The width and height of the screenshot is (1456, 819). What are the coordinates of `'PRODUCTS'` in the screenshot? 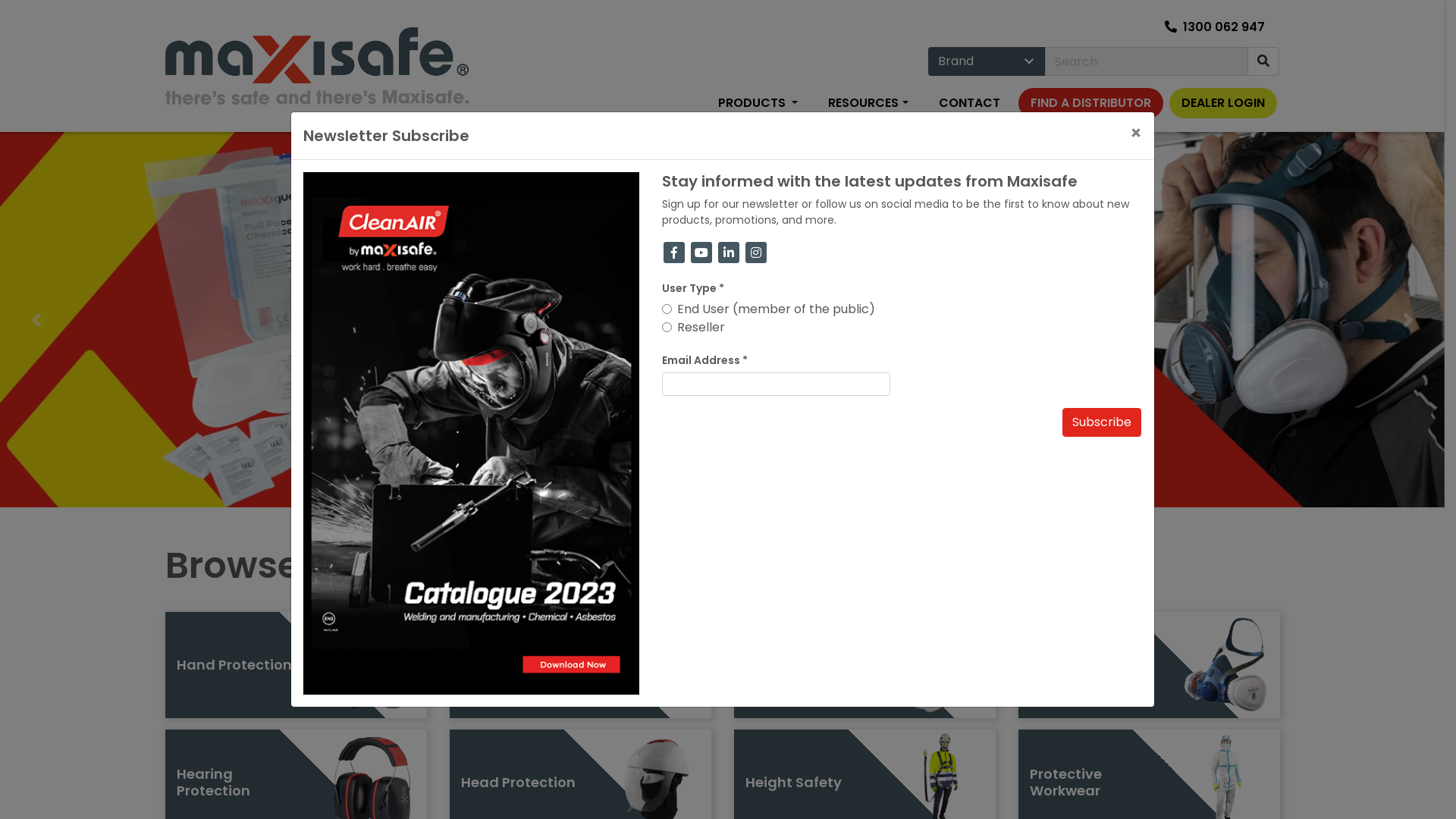 It's located at (705, 103).